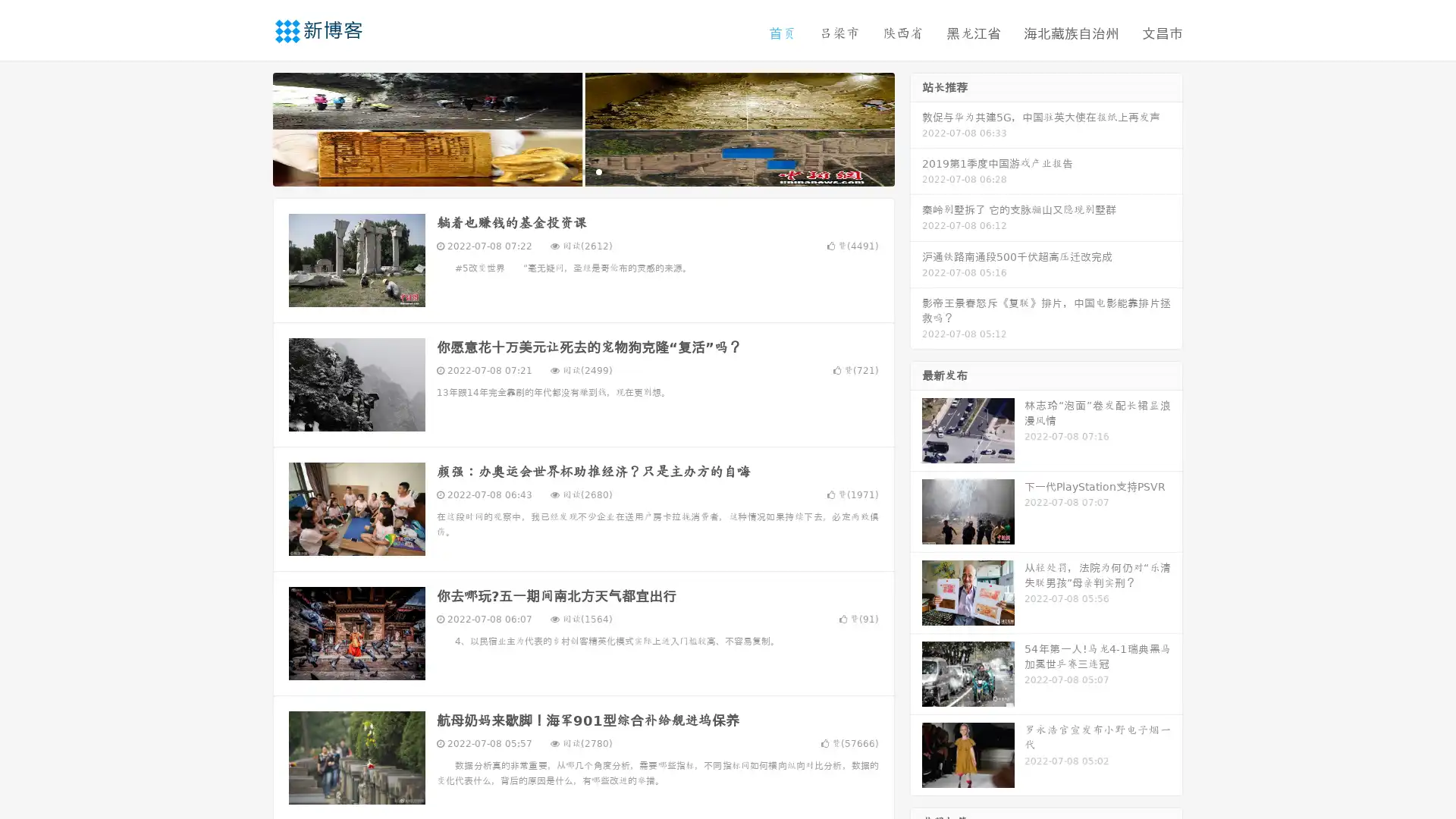 The width and height of the screenshot is (1456, 819). I want to click on Go to slide 3, so click(598, 171).